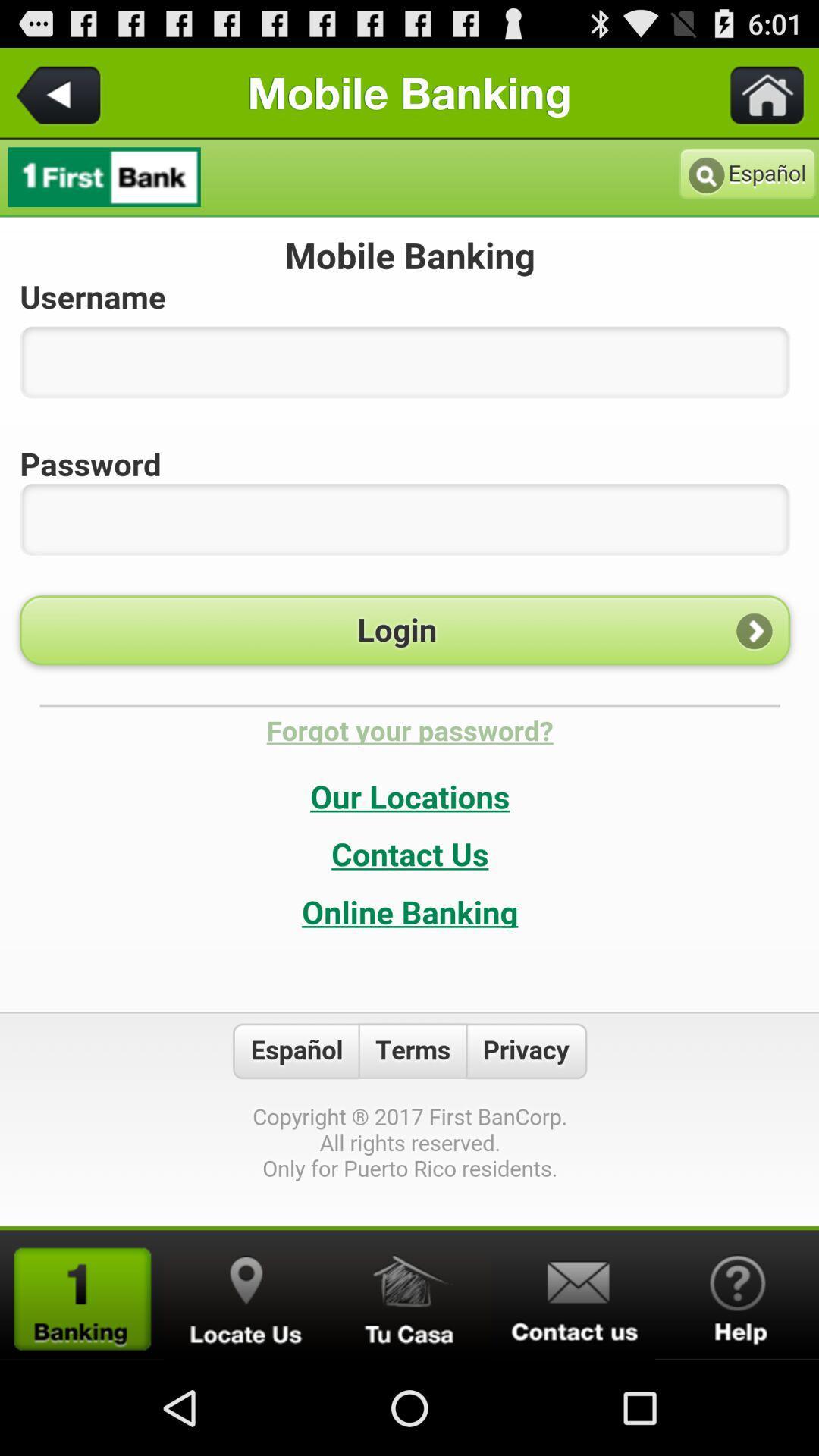 Image resolution: width=819 pixels, height=1456 pixels. Describe the element at coordinates (736, 1386) in the screenshot. I see `the help icon` at that location.